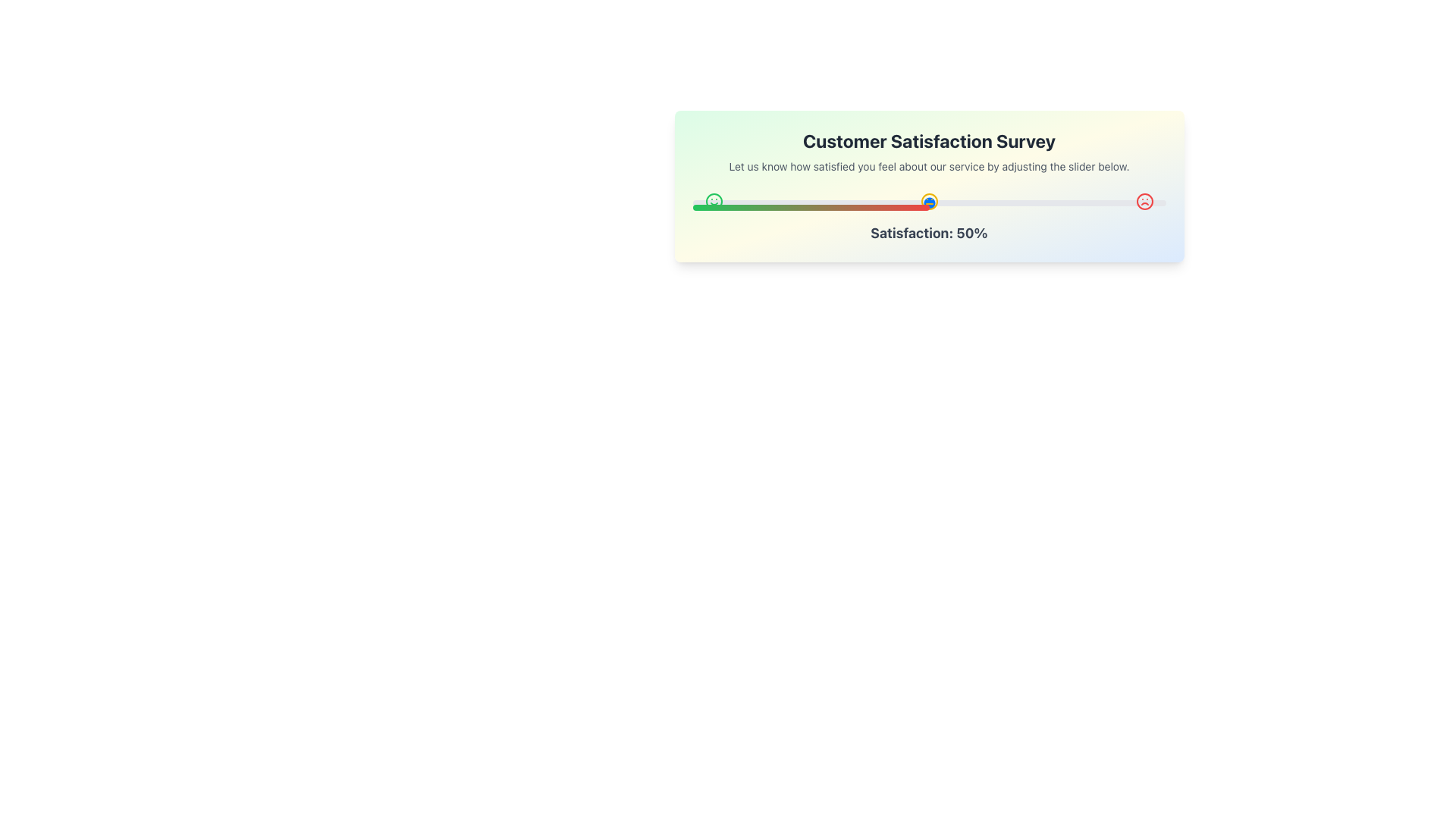 This screenshot has width=1456, height=819. What do you see at coordinates (966, 202) in the screenshot?
I see `satisfaction level` at bounding box center [966, 202].